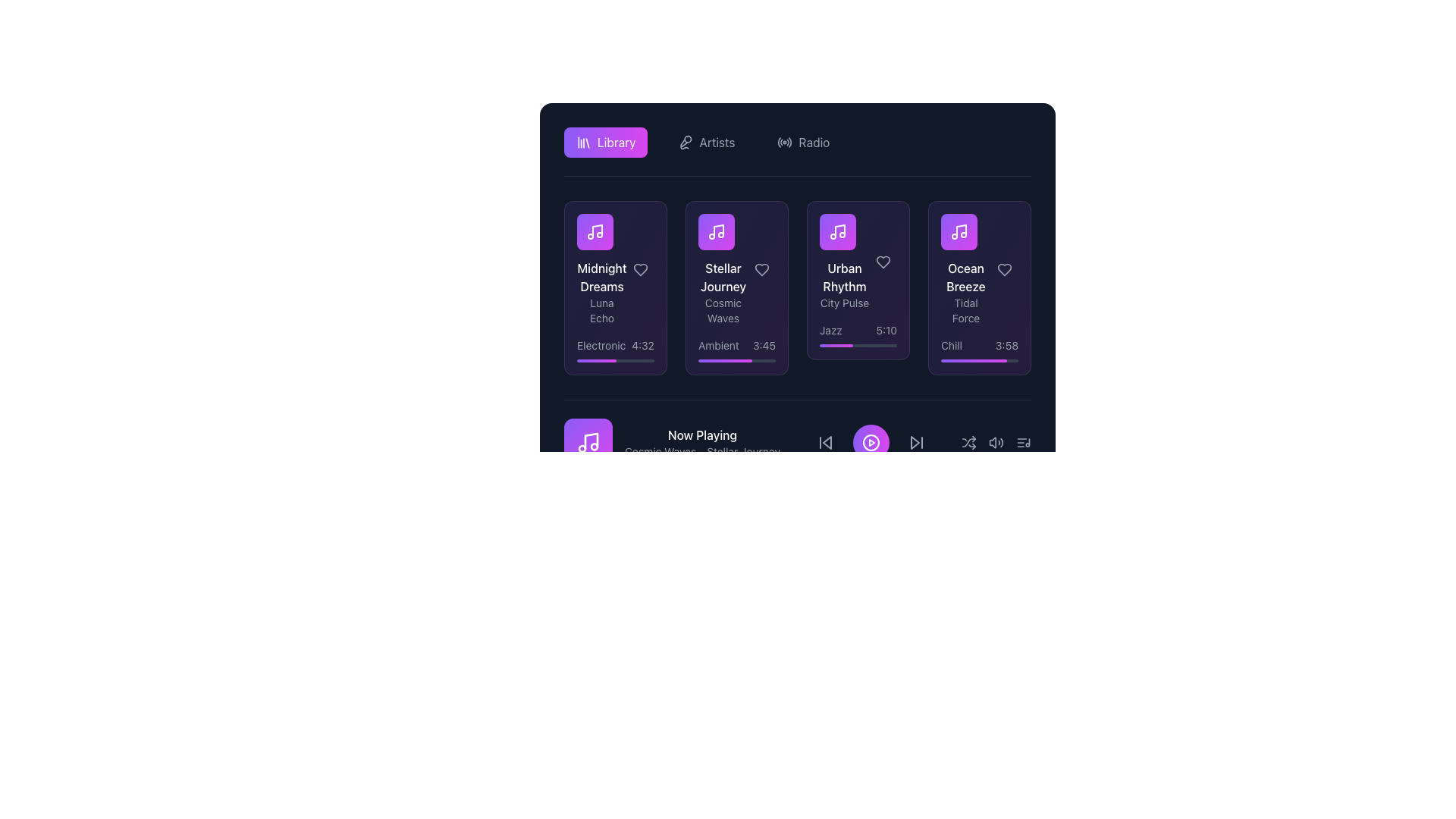 The image size is (1456, 819). I want to click on the circular play button with a gradient background and white outline located at the bottom center of the interface, so click(871, 442).